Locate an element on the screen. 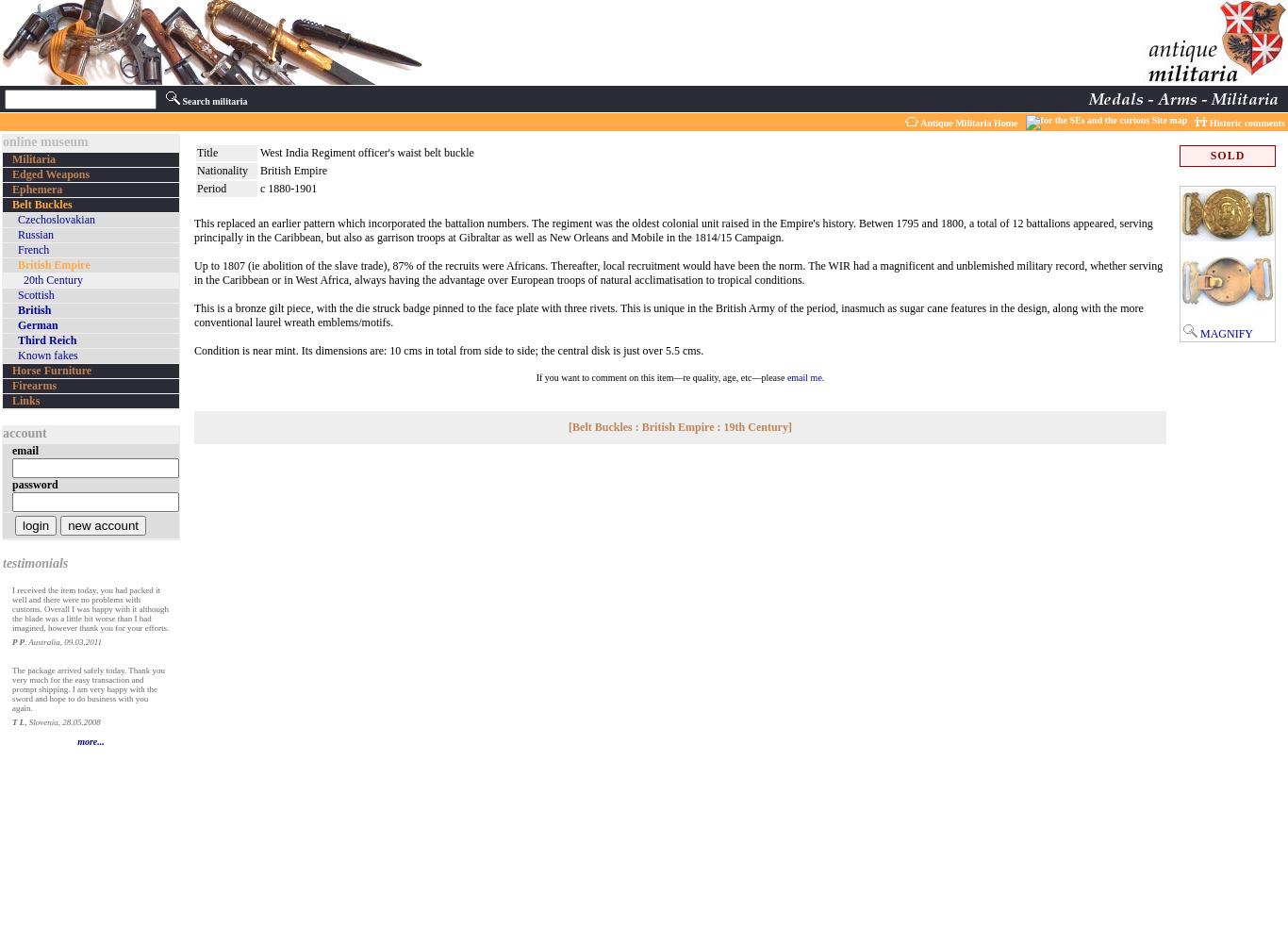  'I received the item today, you had packed it well and there were no problems with customs. Overall I was happy with it although the blade was a little bit worse than I had imagined, however thank you for your efforts.' is located at coordinates (91, 609).